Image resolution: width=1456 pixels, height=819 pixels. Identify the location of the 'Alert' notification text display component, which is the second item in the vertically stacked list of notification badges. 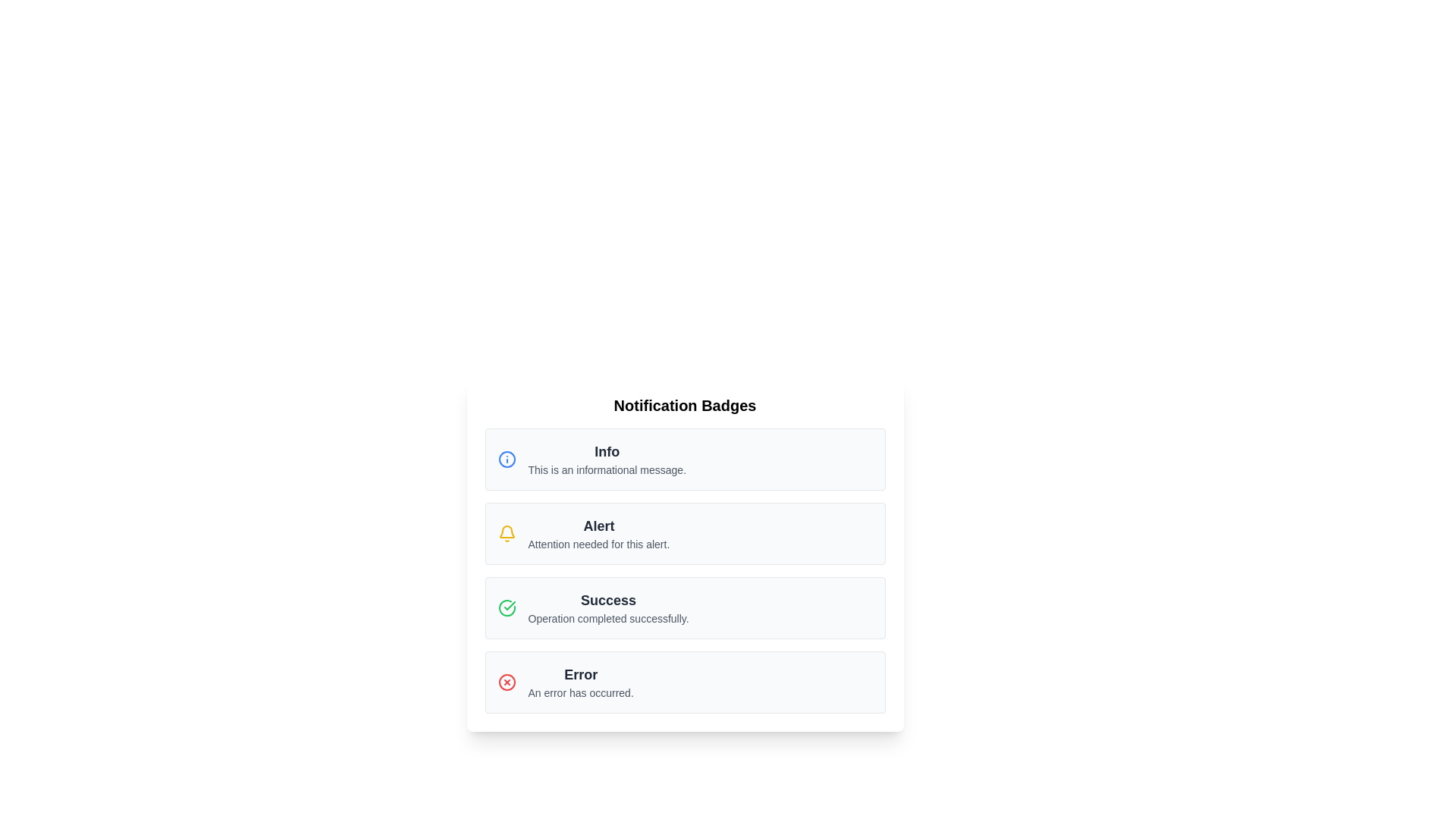
(598, 533).